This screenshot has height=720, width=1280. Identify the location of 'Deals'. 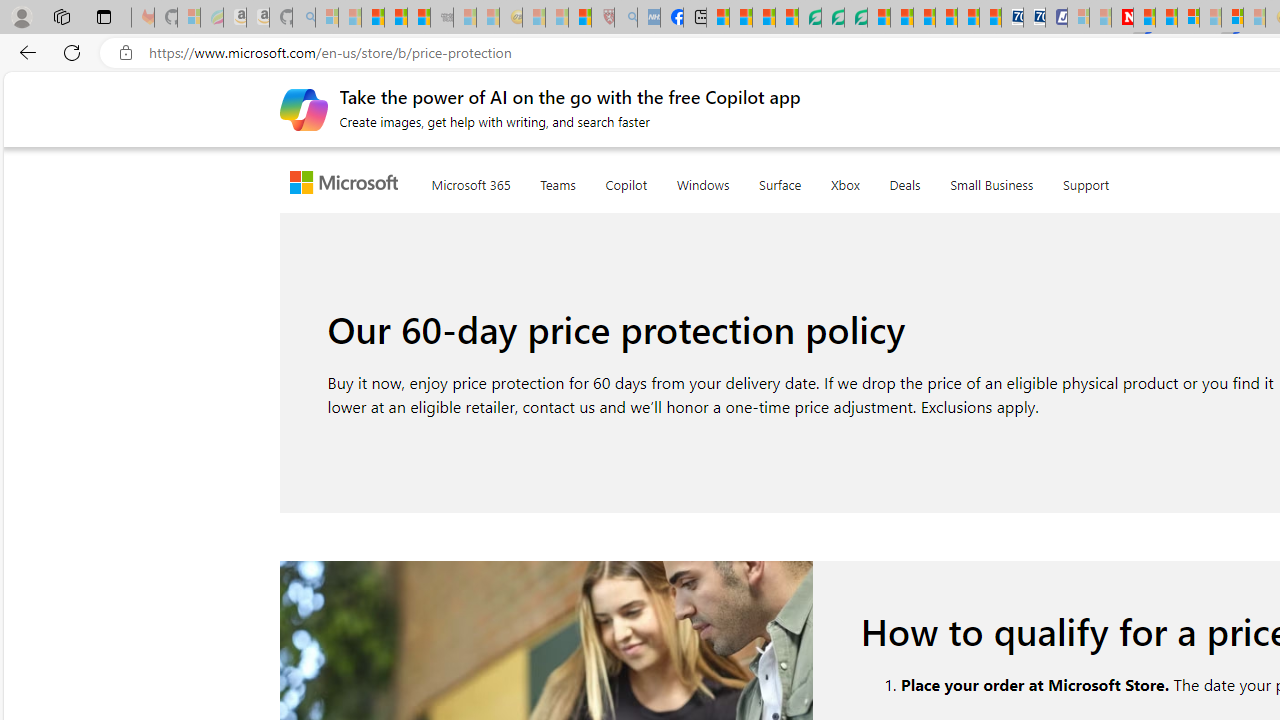
(903, 181).